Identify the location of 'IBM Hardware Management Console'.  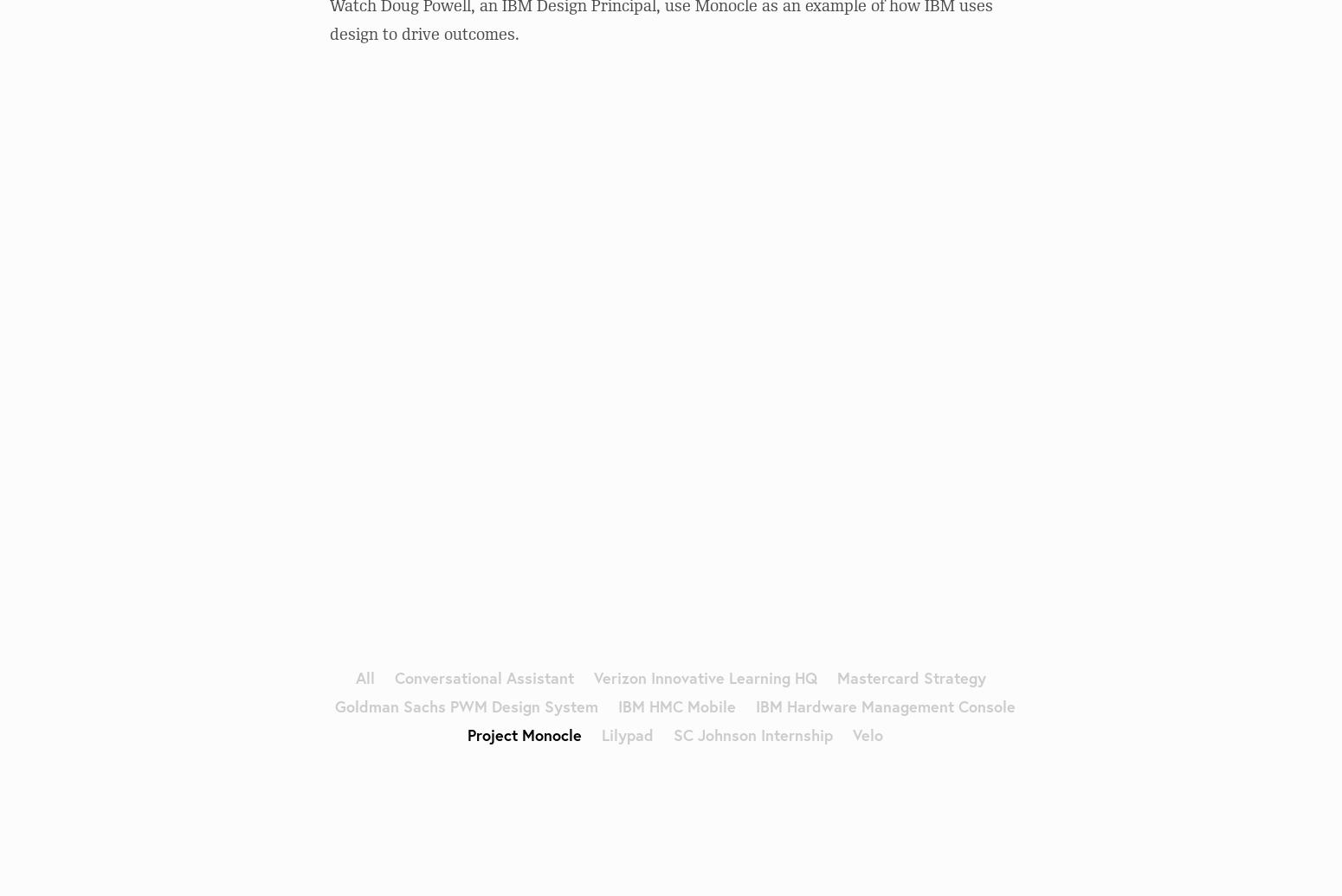
(885, 704).